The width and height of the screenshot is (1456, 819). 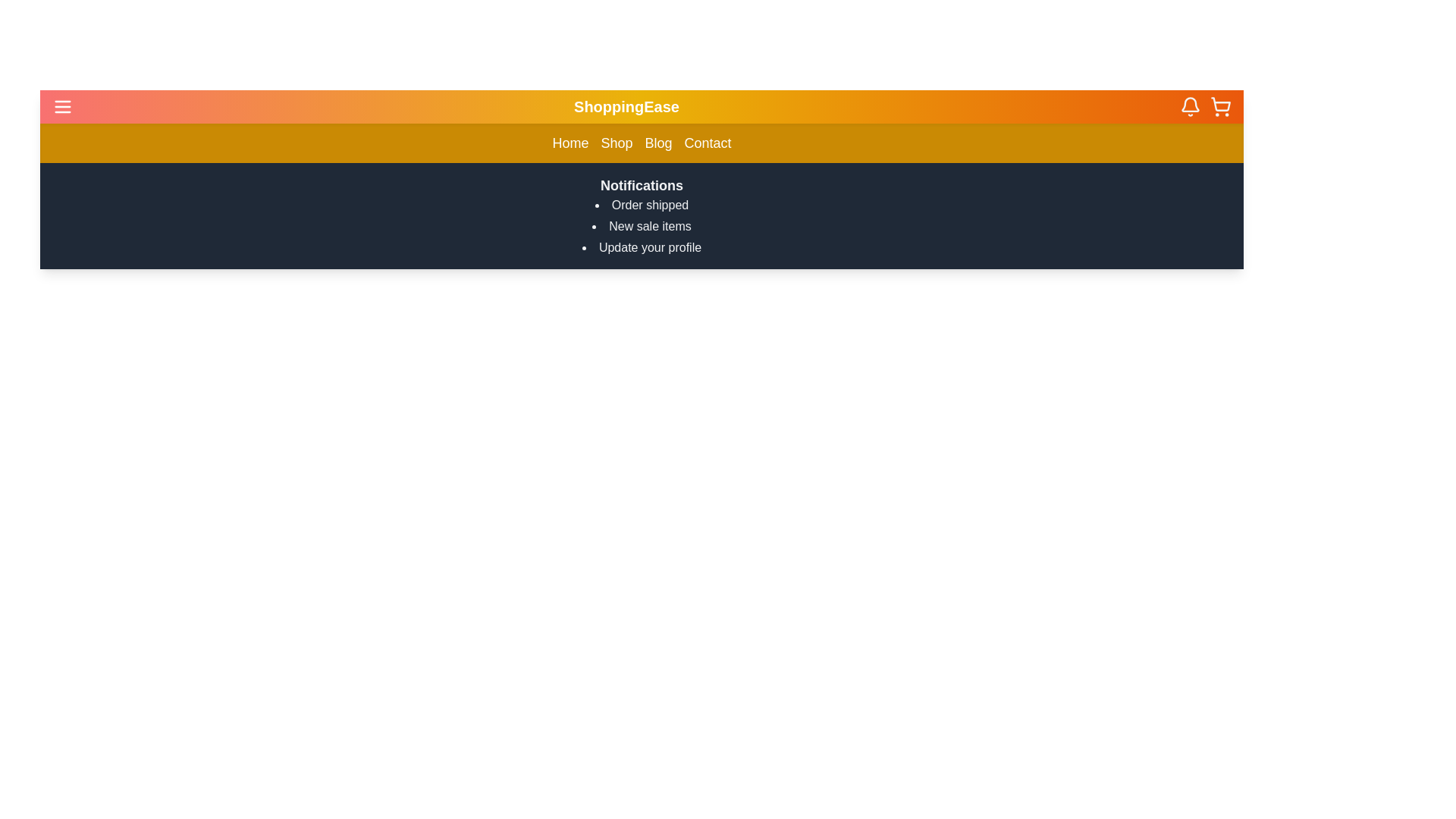 I want to click on the Navigation bar to access options like 'Home', 'Shop', 'Blog', and 'Contact', so click(x=642, y=143).